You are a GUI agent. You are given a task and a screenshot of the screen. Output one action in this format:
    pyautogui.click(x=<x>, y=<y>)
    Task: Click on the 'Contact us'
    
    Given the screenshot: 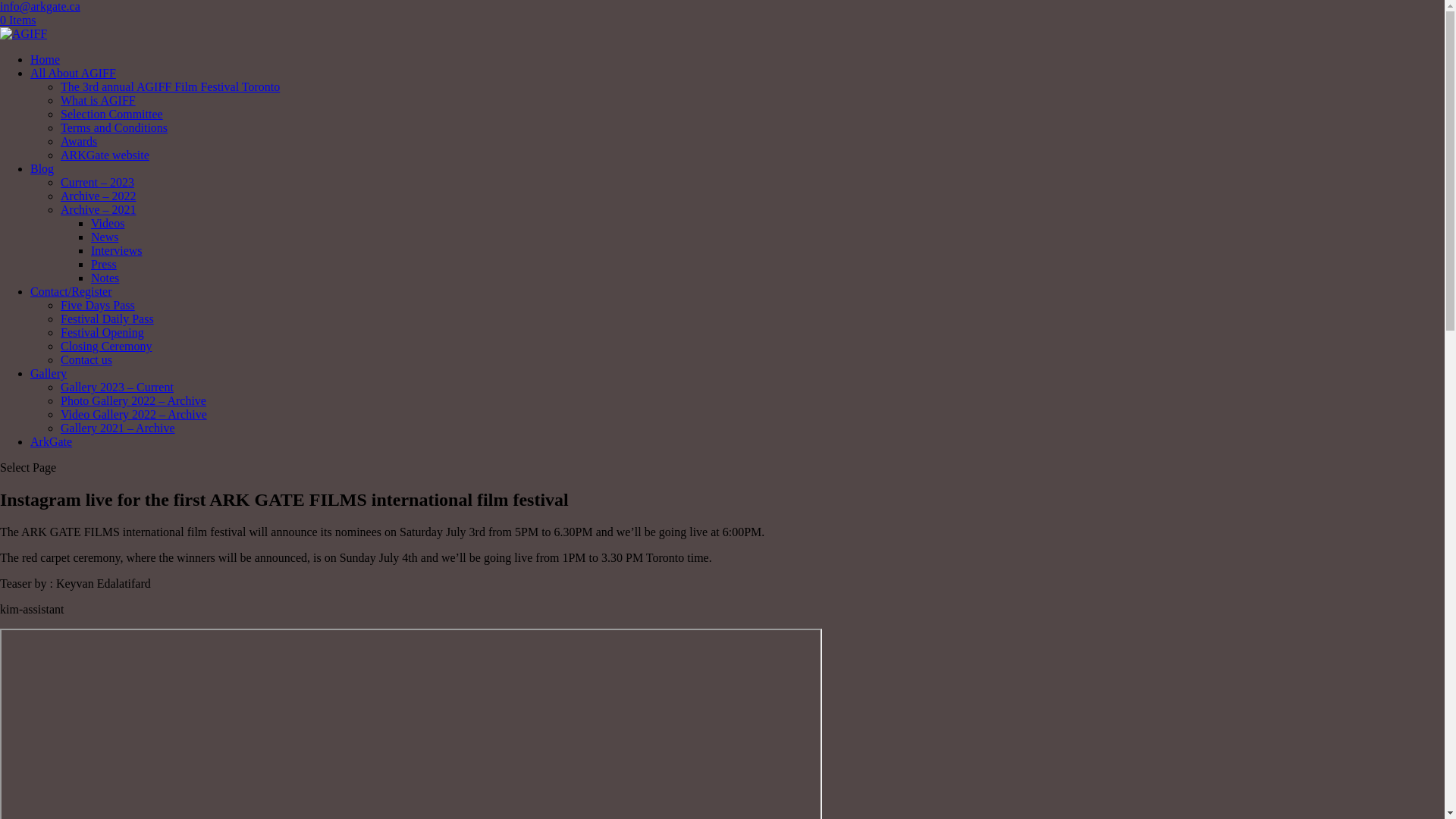 What is the action you would take?
    pyautogui.click(x=86, y=359)
    